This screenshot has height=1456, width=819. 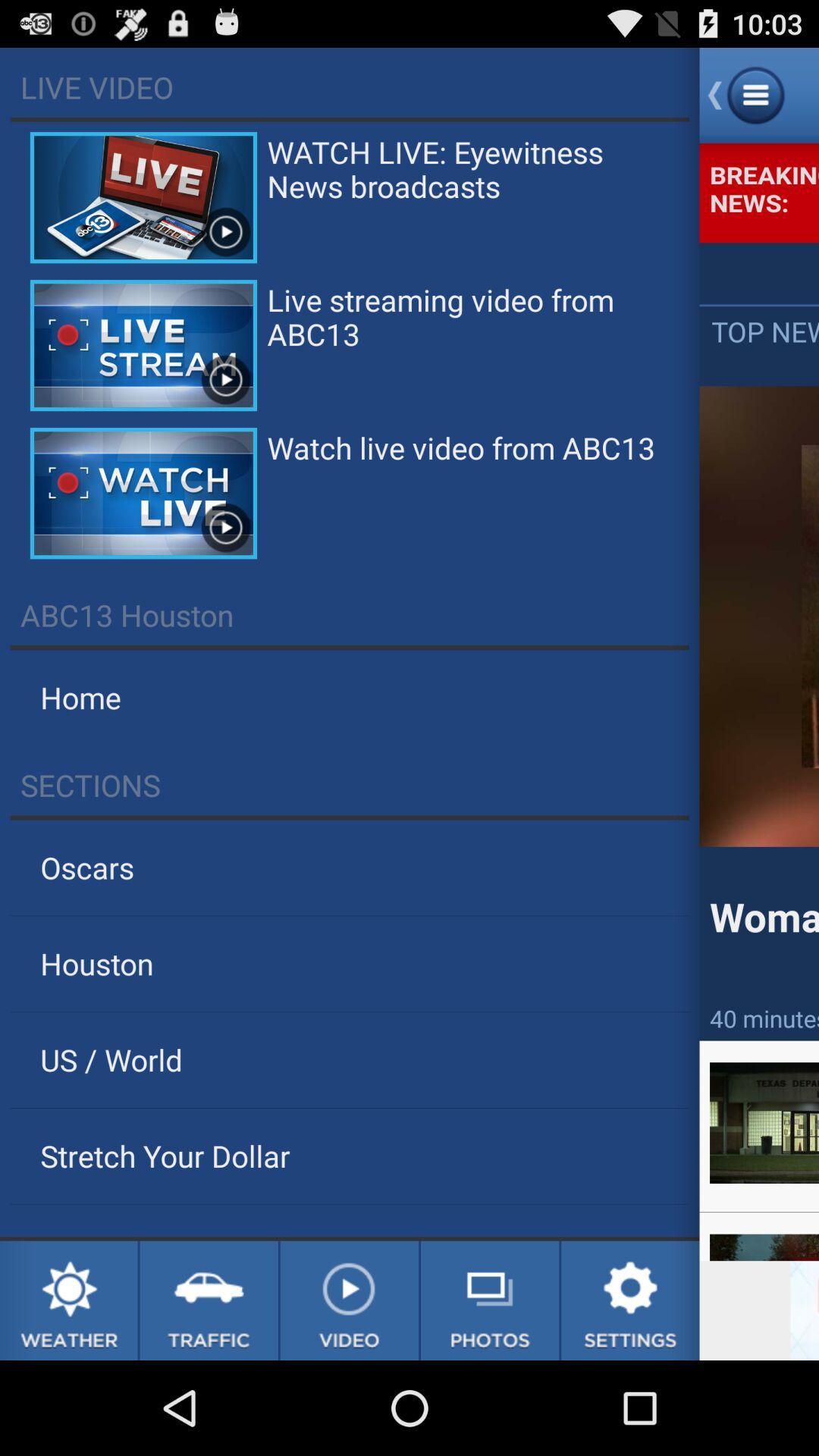 What do you see at coordinates (349, 1300) in the screenshot?
I see `video` at bounding box center [349, 1300].